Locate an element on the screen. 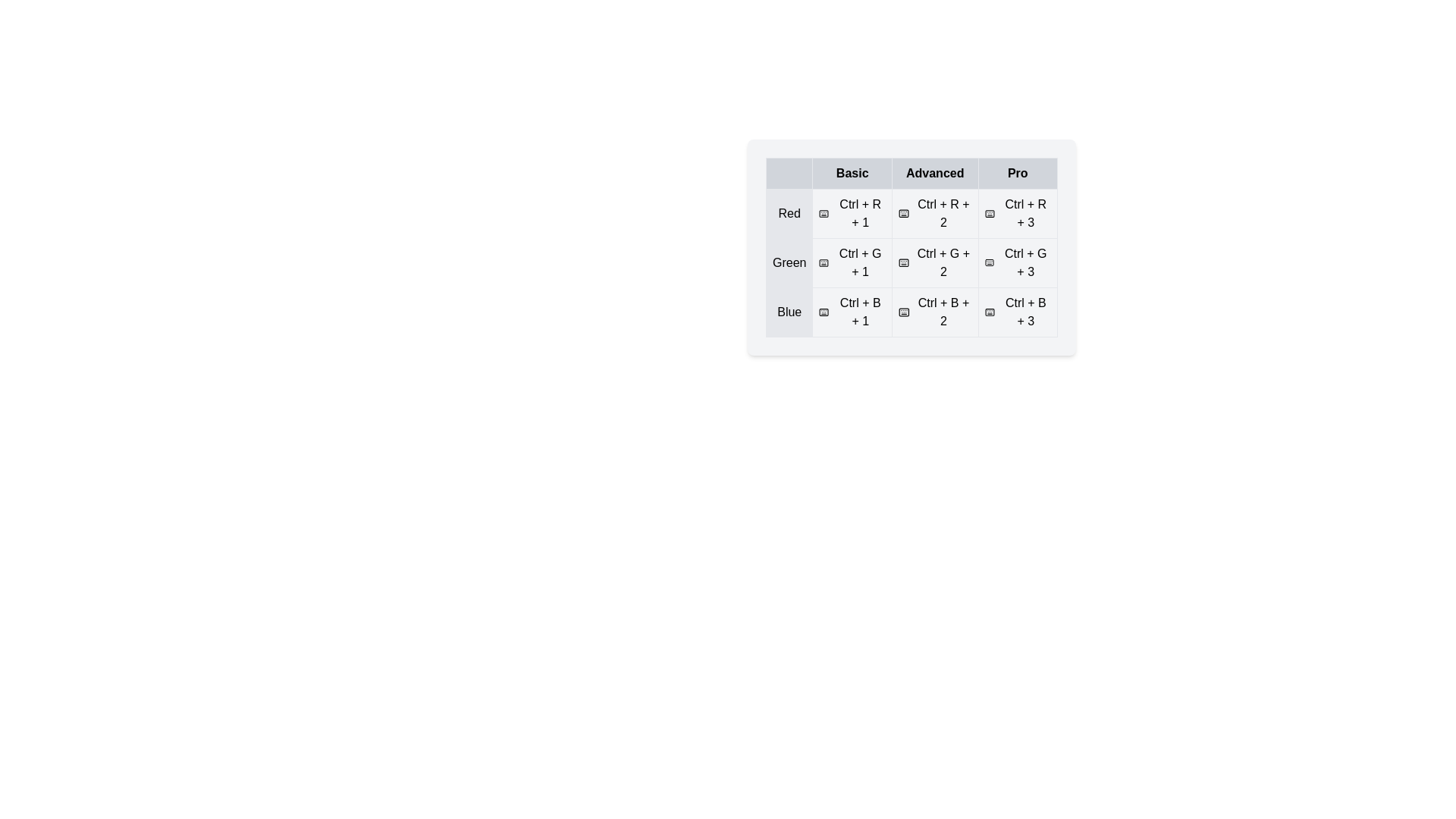 This screenshot has width=1456, height=819. the keyboard shortcut display element located in the 'Advanced' column and 'Red' row of the grid is located at coordinates (934, 213).